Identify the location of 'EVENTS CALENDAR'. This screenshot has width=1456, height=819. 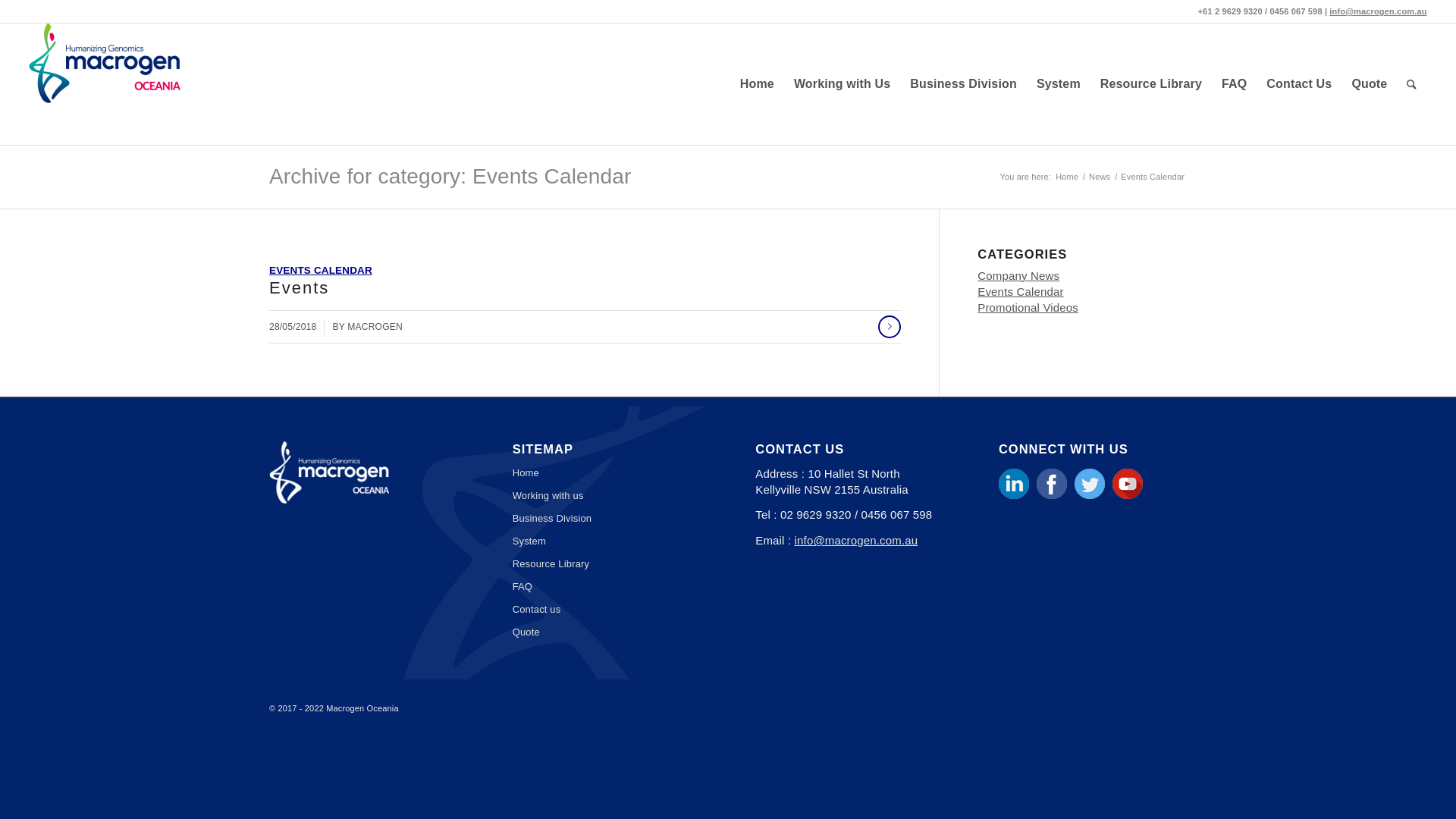
(319, 269).